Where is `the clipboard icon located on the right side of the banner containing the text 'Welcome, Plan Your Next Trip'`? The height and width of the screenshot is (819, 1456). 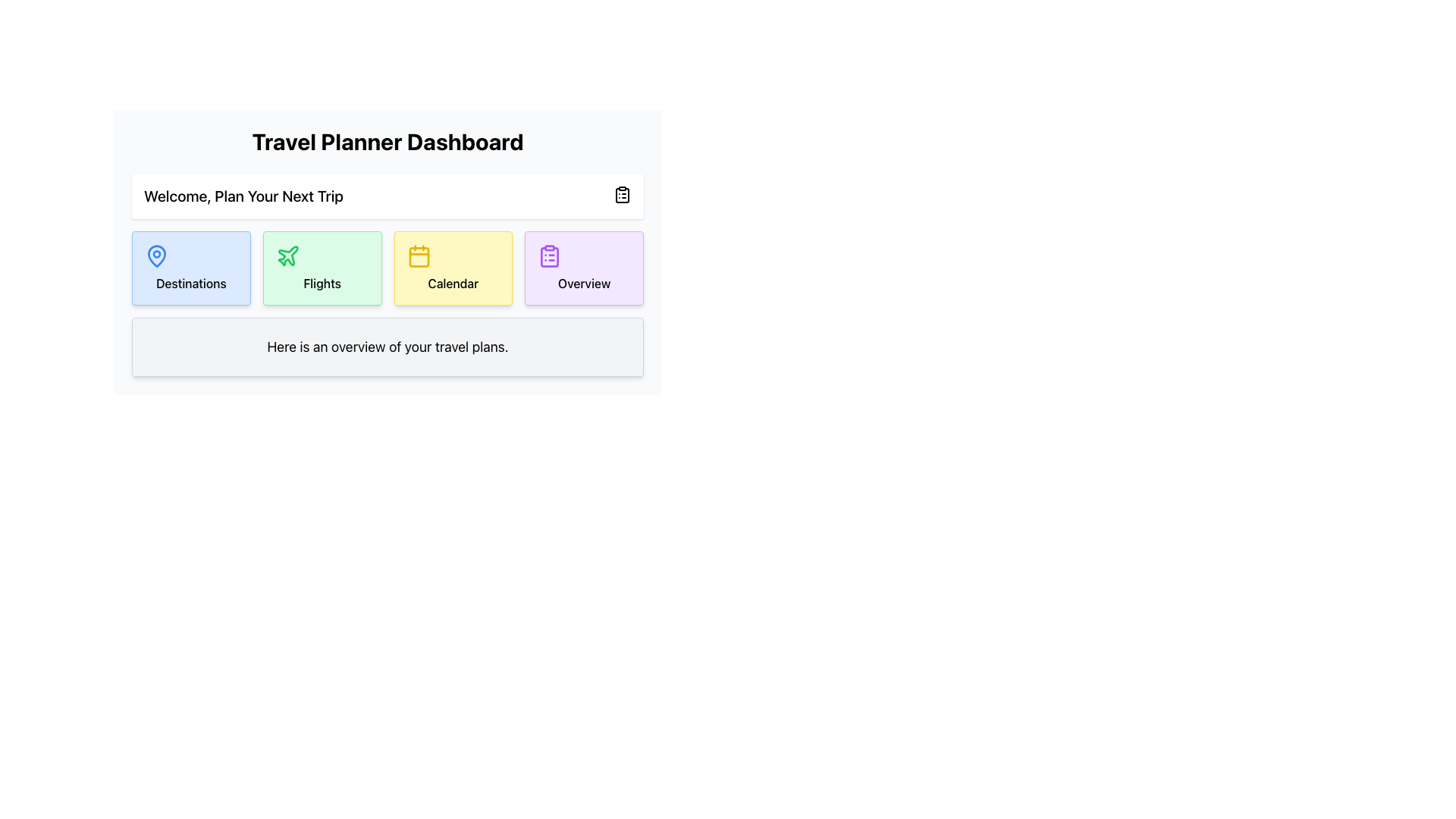
the clipboard icon located on the right side of the banner containing the text 'Welcome, Plan Your Next Trip' is located at coordinates (388, 195).